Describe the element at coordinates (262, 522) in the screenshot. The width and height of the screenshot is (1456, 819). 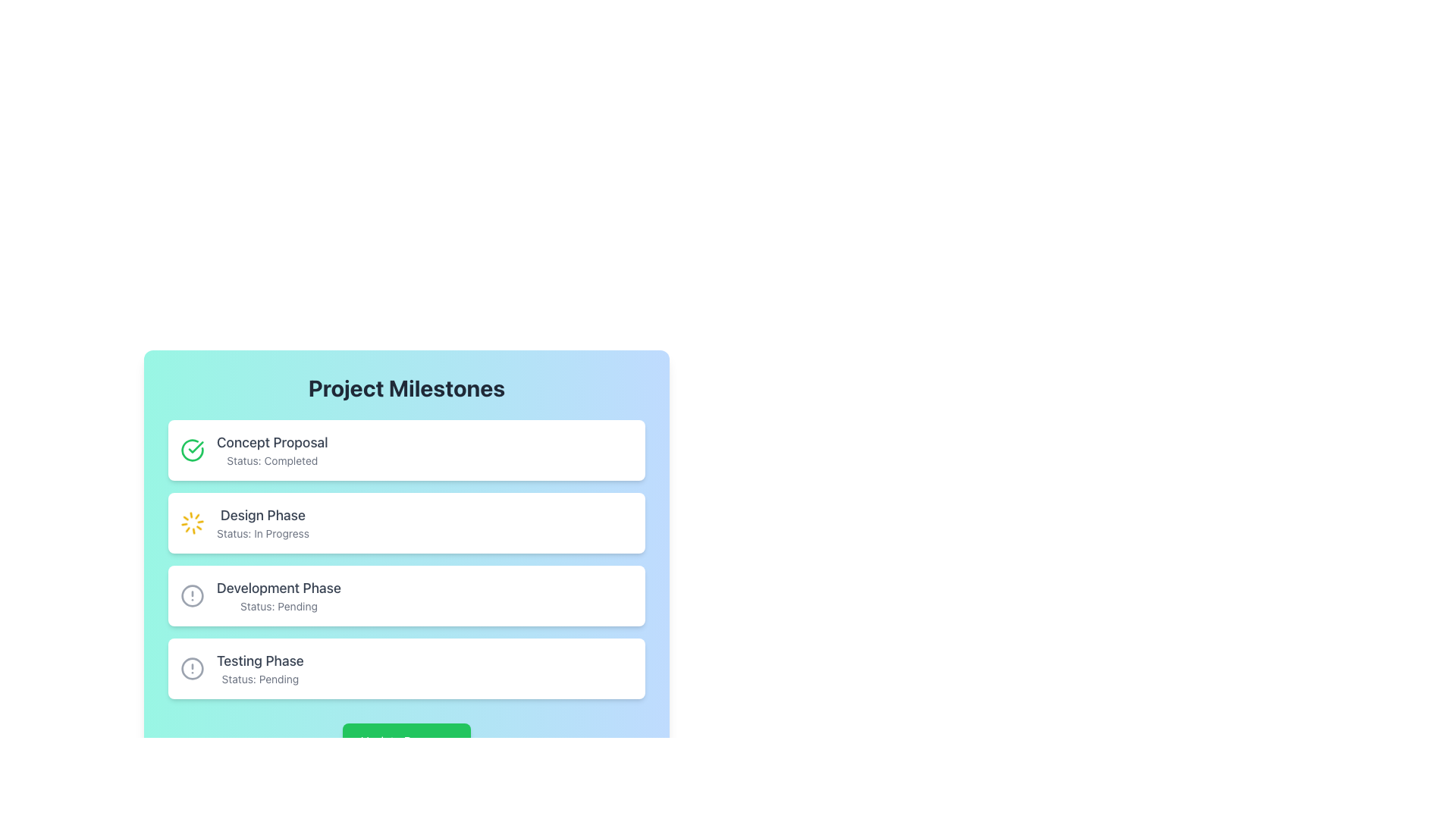
I see `the 'Design Phase' Informational Card in the Project Milestones section` at that location.